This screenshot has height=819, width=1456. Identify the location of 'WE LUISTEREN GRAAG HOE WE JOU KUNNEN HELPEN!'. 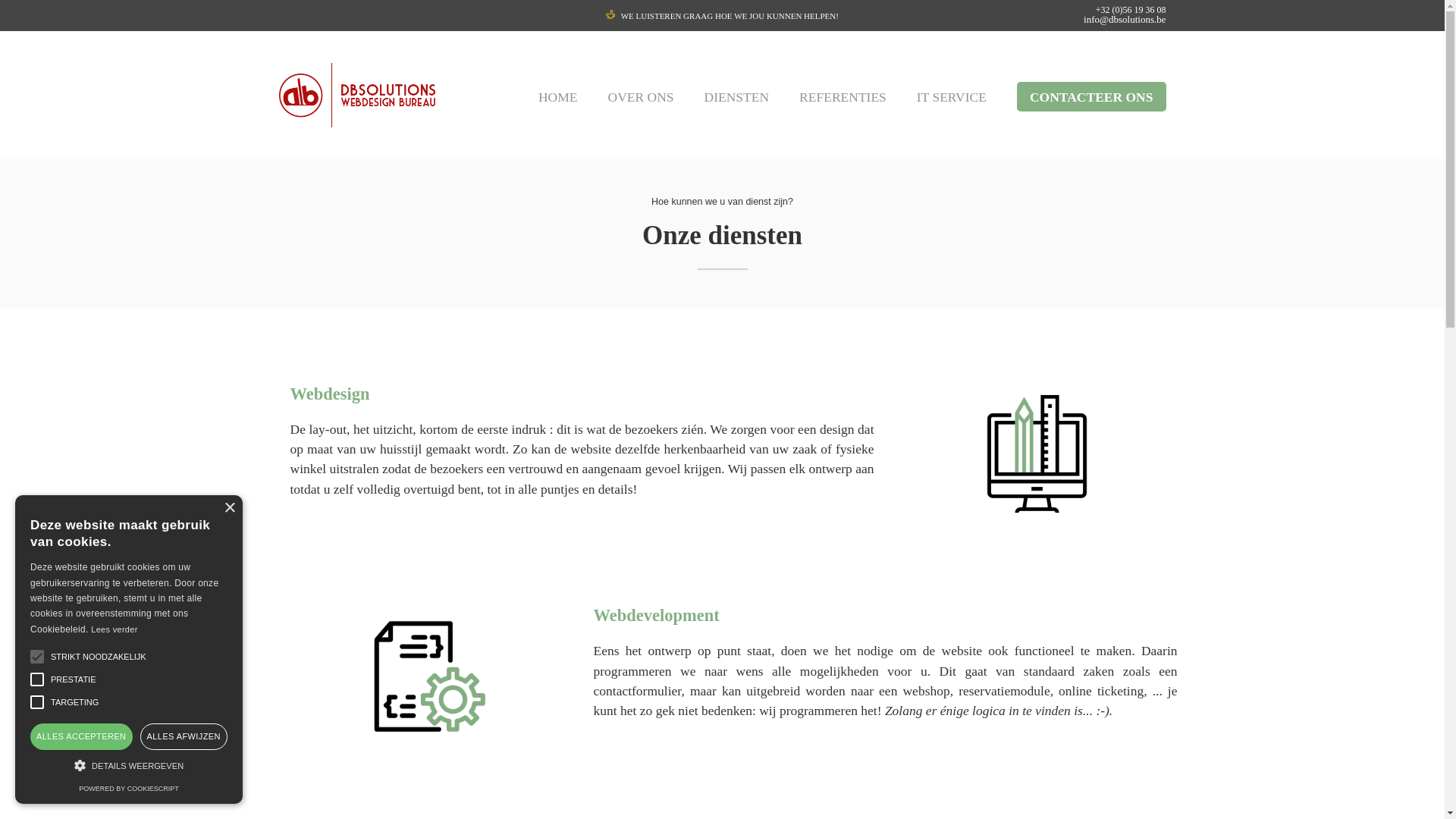
(721, 15).